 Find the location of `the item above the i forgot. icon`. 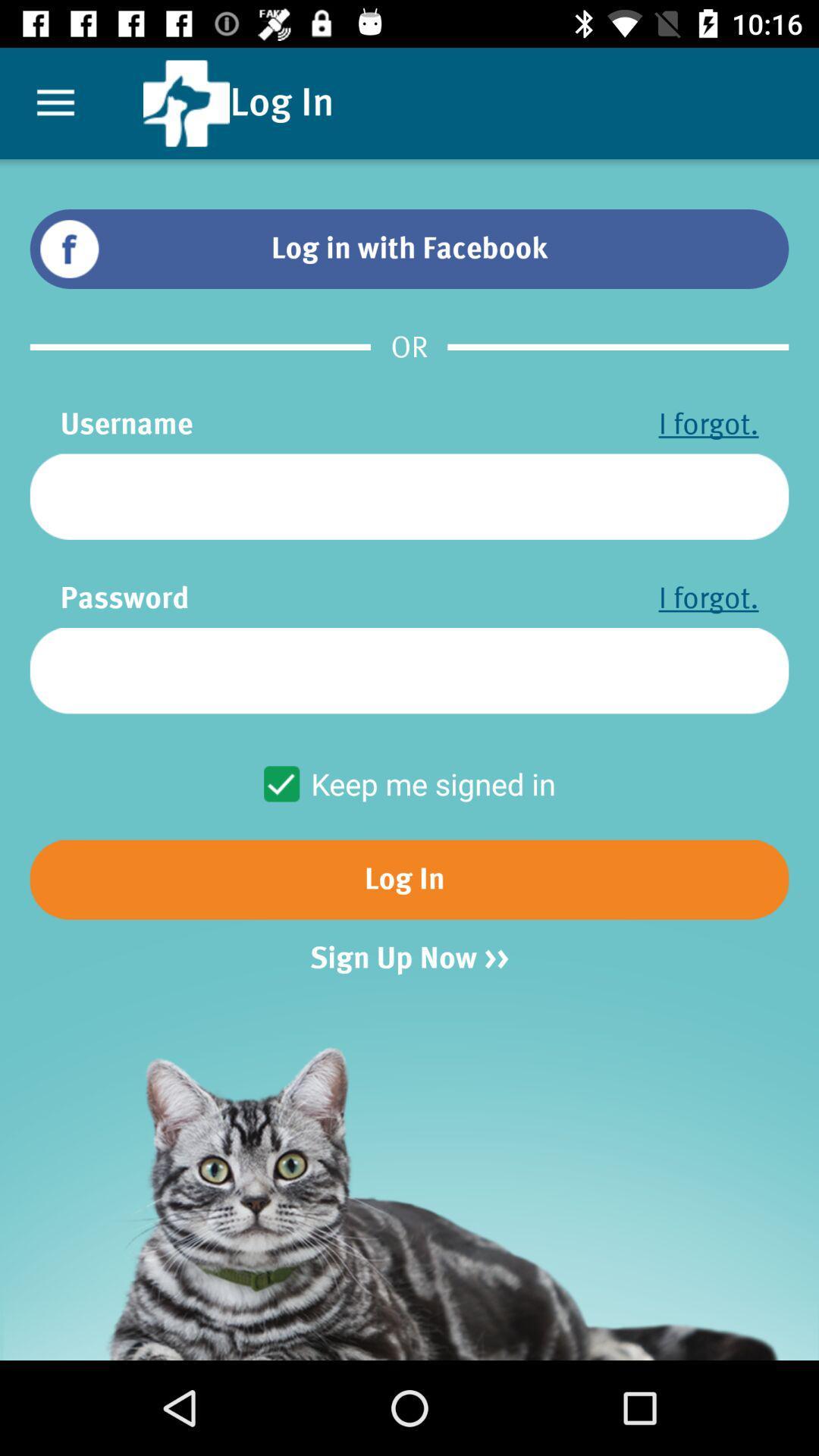

the item above the i forgot. icon is located at coordinates (409, 497).